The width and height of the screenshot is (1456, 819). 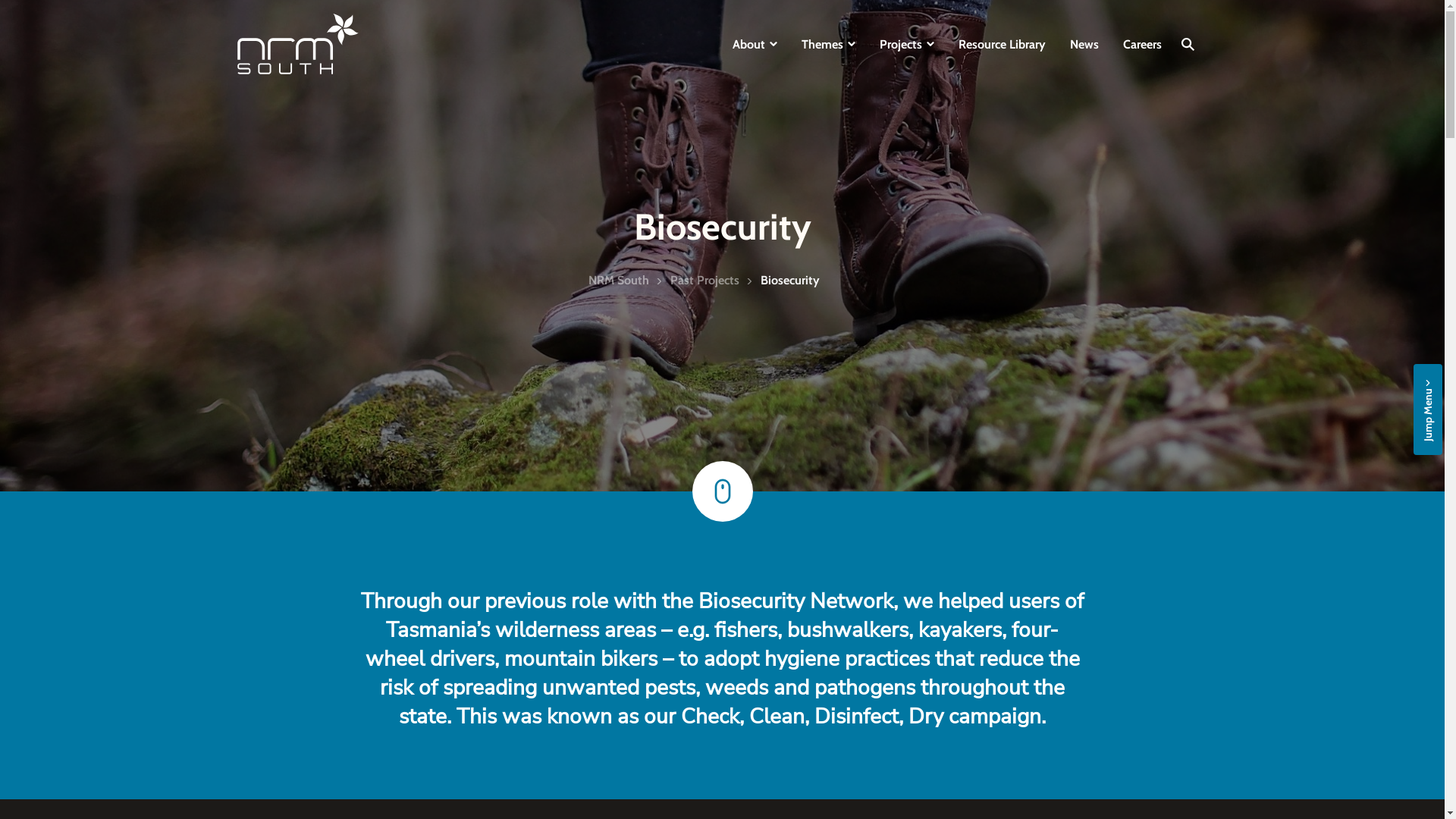 I want to click on 'Themes', so click(x=827, y=42).